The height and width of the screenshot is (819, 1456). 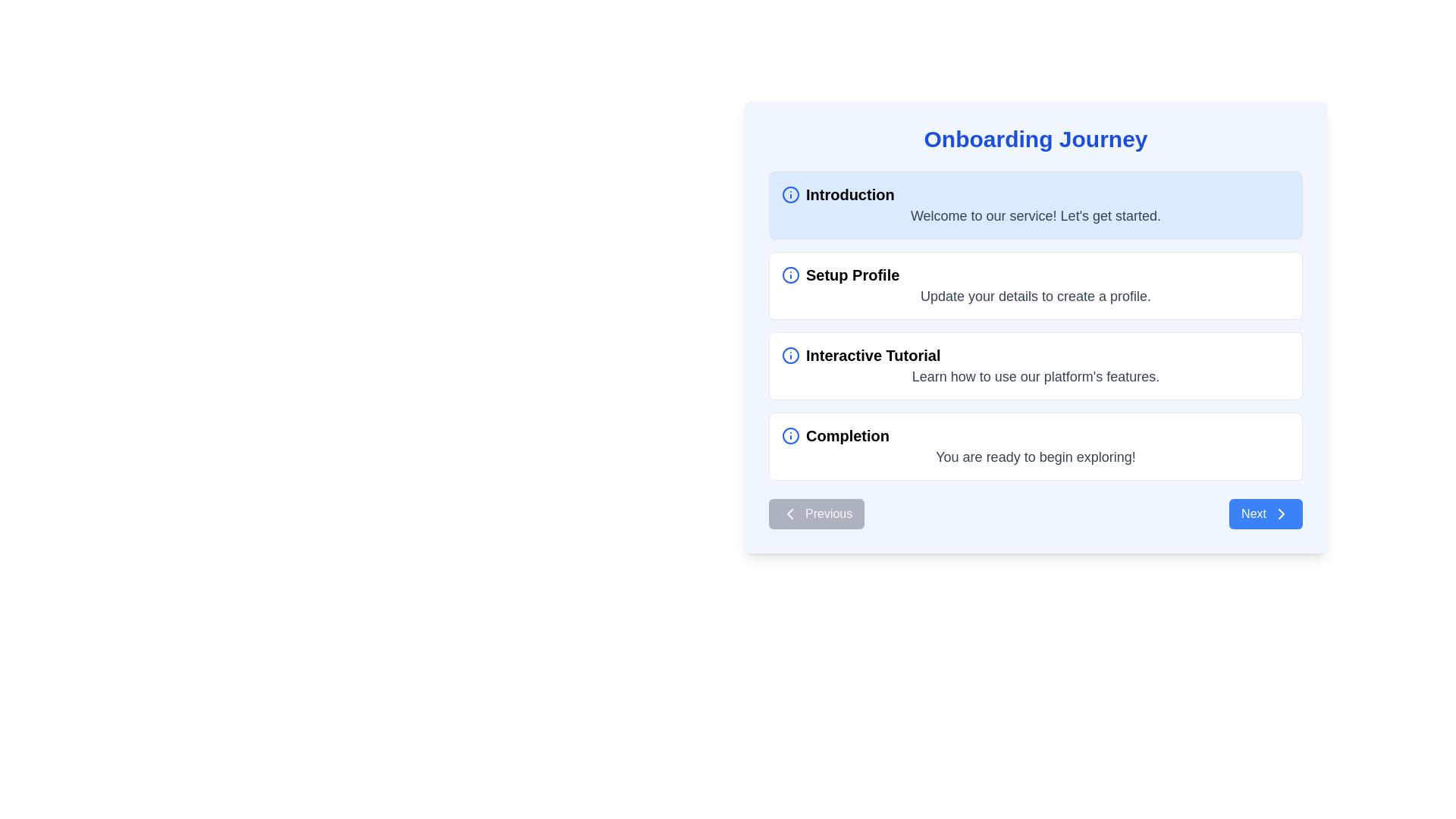 What do you see at coordinates (789, 513) in the screenshot?
I see `the left-pointing chevron icon within the 'Previous' navigation button, which is styled as a minimalistic SVG with a thin stroke and no fill` at bounding box center [789, 513].